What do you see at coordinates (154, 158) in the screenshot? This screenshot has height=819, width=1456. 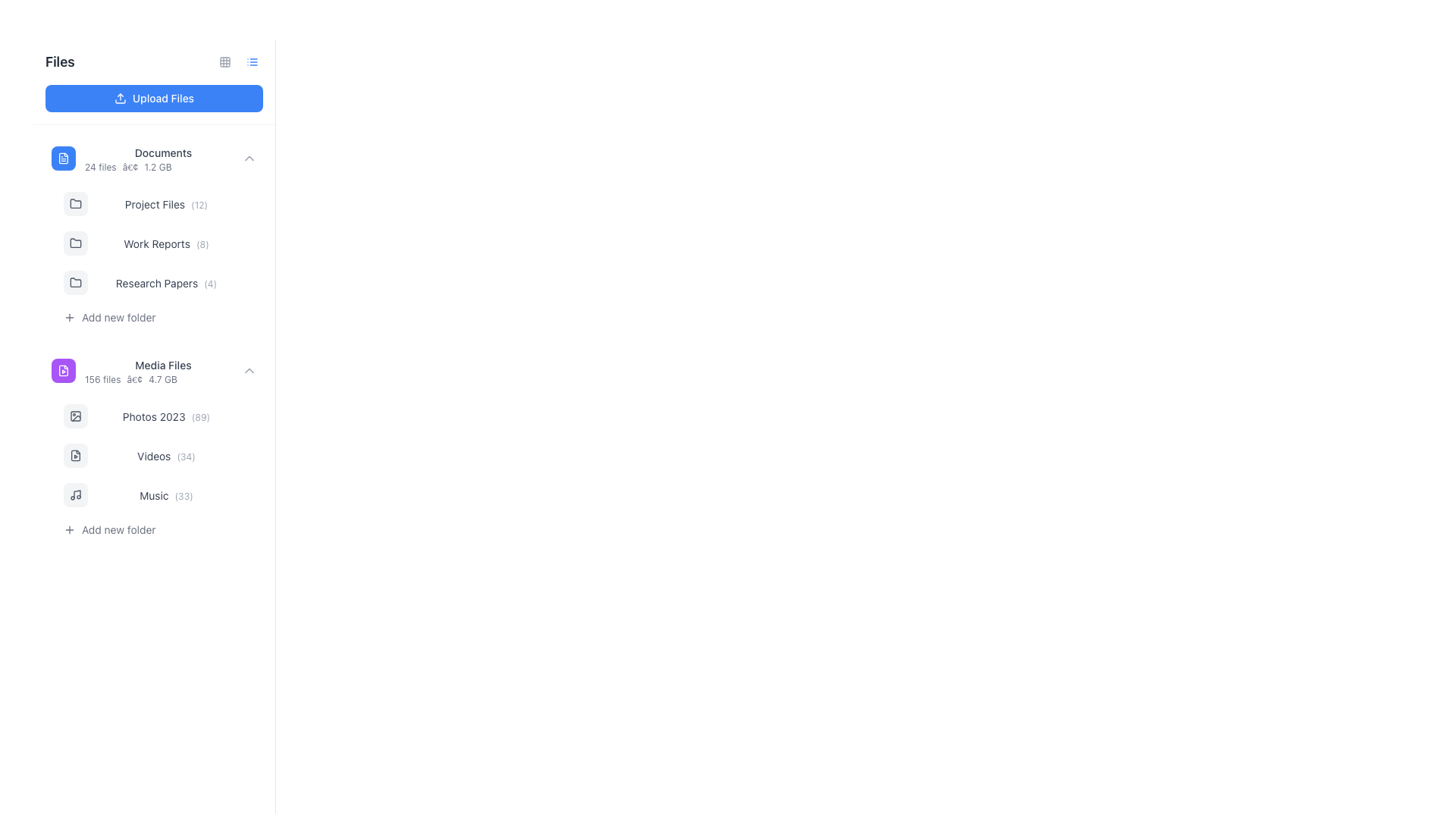 I see `the 'Documents' collapsible list item, which is the first item` at bounding box center [154, 158].